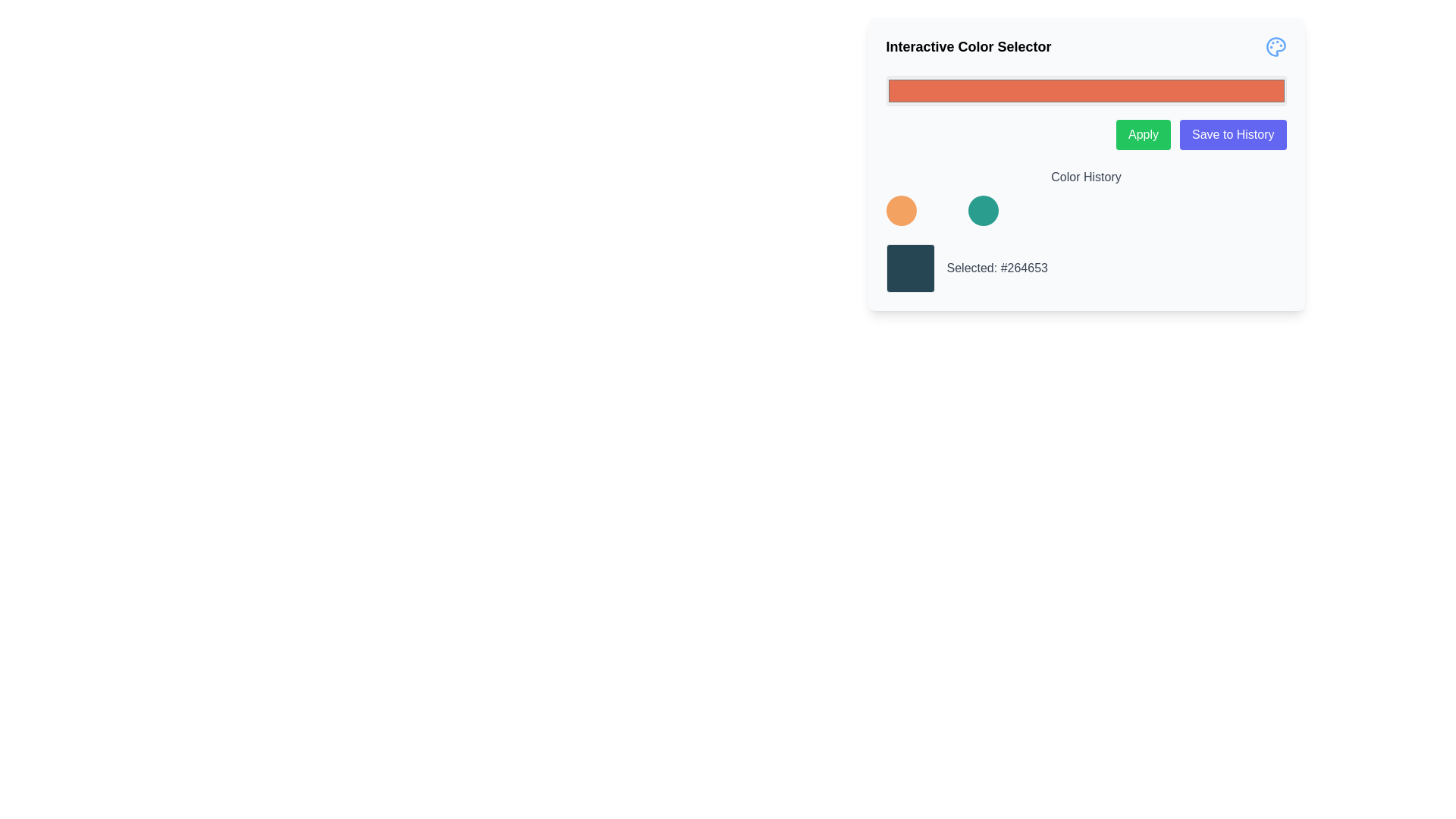 The width and height of the screenshot is (1456, 819). Describe the element at coordinates (1085, 90) in the screenshot. I see `the reddish-orange color input field` at that location.